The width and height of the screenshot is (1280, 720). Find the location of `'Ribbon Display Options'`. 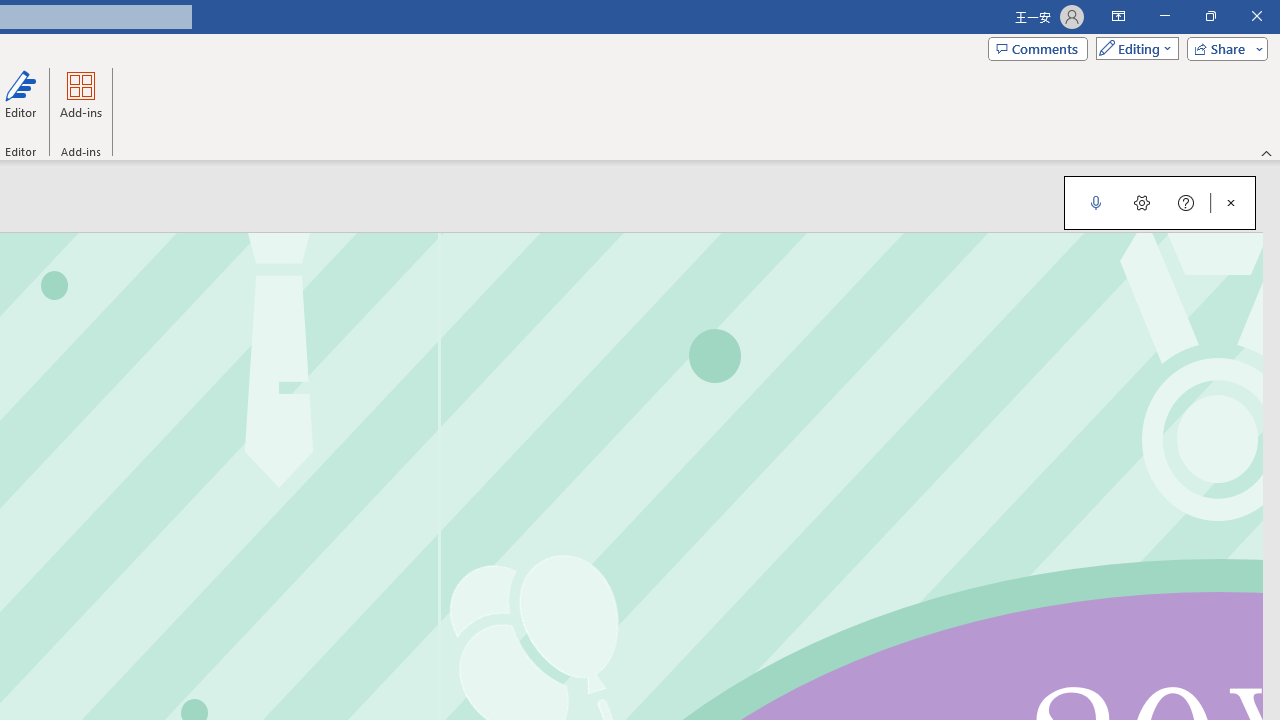

'Ribbon Display Options' is located at coordinates (1117, 16).